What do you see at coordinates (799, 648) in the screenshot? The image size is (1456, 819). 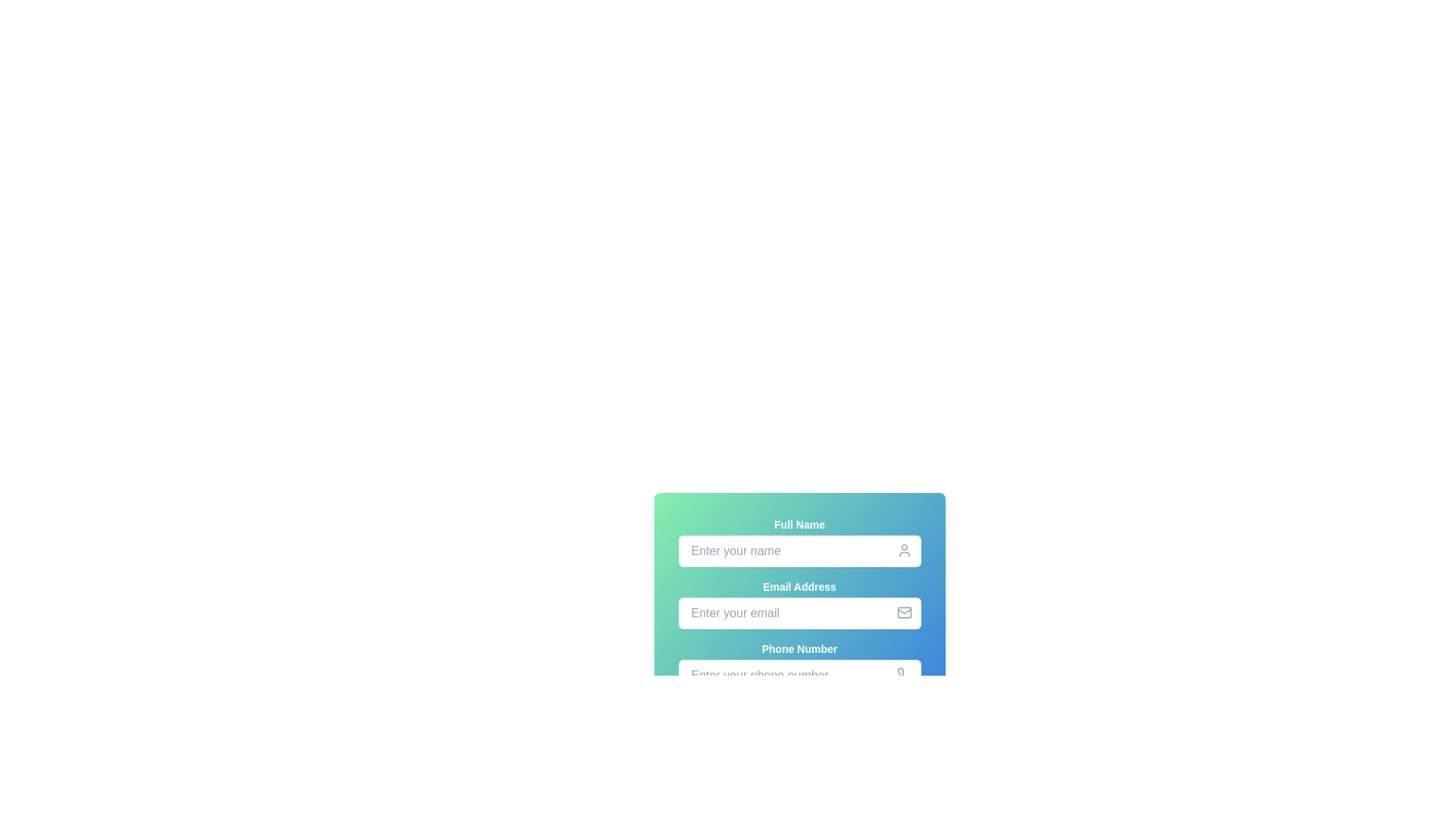 I see `the 'Phone Number' label, which is styled with bold white text on a gradient blue-green background, located below the 'Full Name' and 'Email Address' labels in a vertically-stacked form layout` at bounding box center [799, 648].